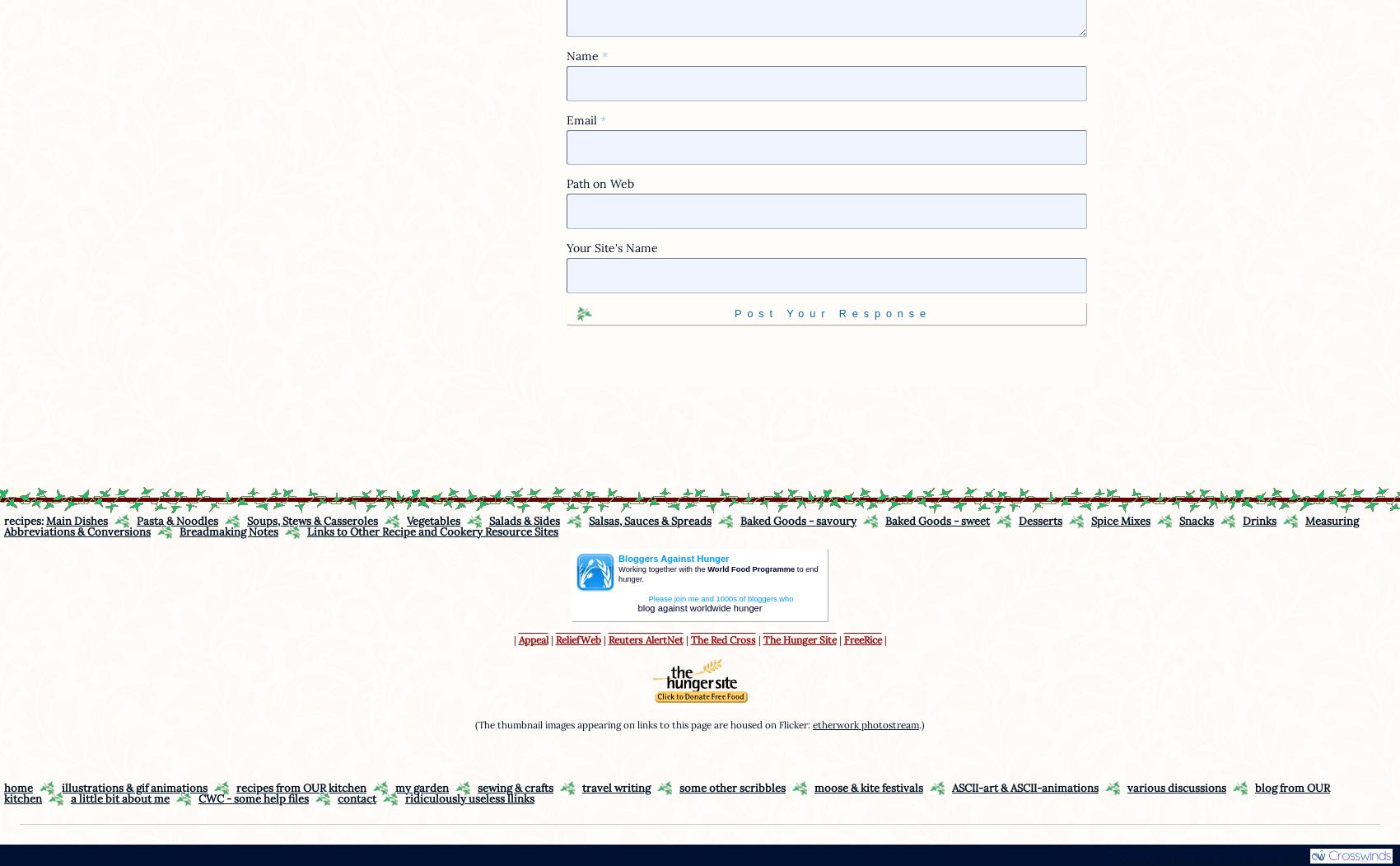 This screenshot has width=1400, height=866. I want to click on 'blog against worldwide hunger', so click(637, 606).